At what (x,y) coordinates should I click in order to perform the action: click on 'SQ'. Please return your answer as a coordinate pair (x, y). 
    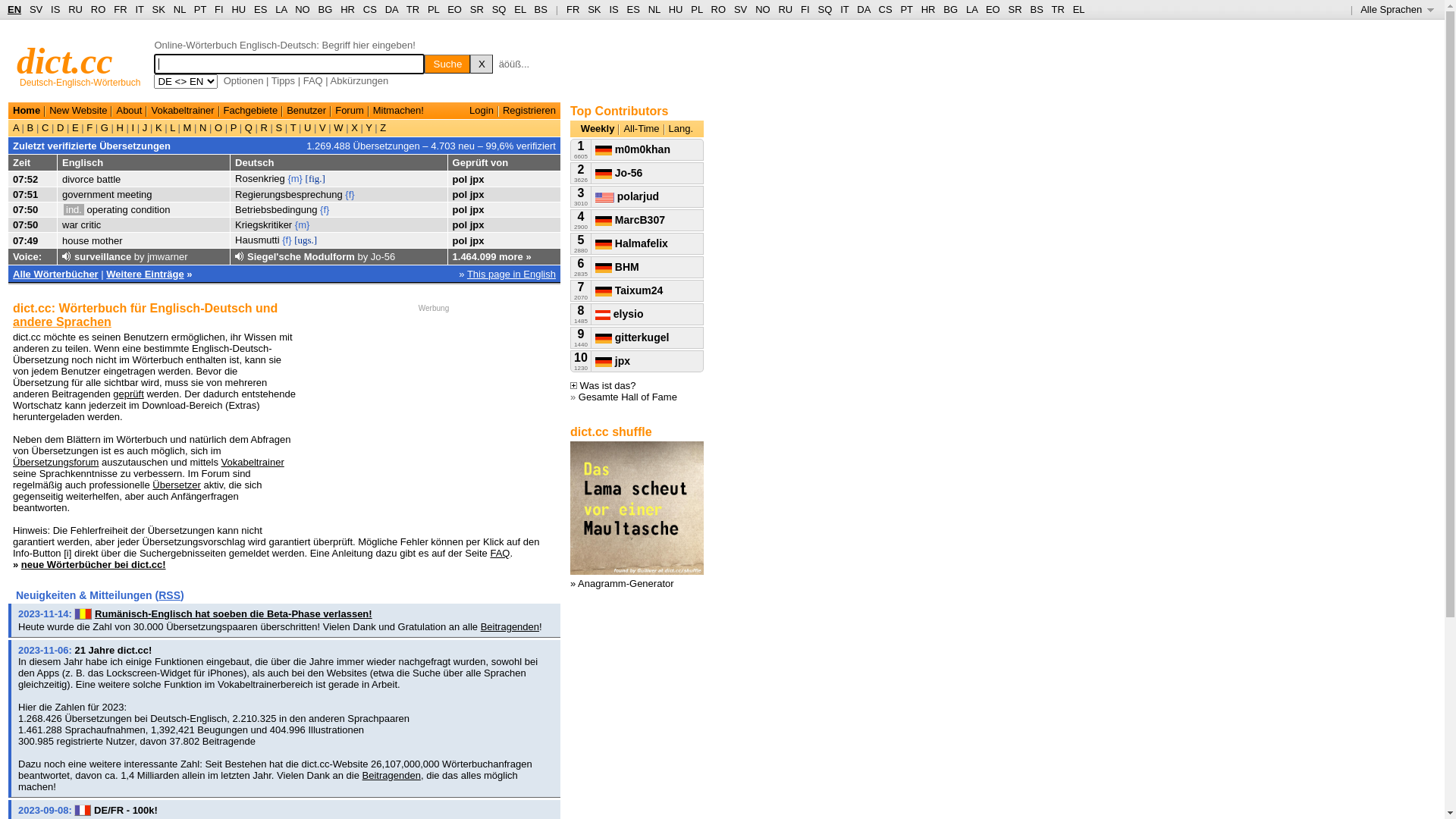
    Looking at the image, I should click on (499, 9).